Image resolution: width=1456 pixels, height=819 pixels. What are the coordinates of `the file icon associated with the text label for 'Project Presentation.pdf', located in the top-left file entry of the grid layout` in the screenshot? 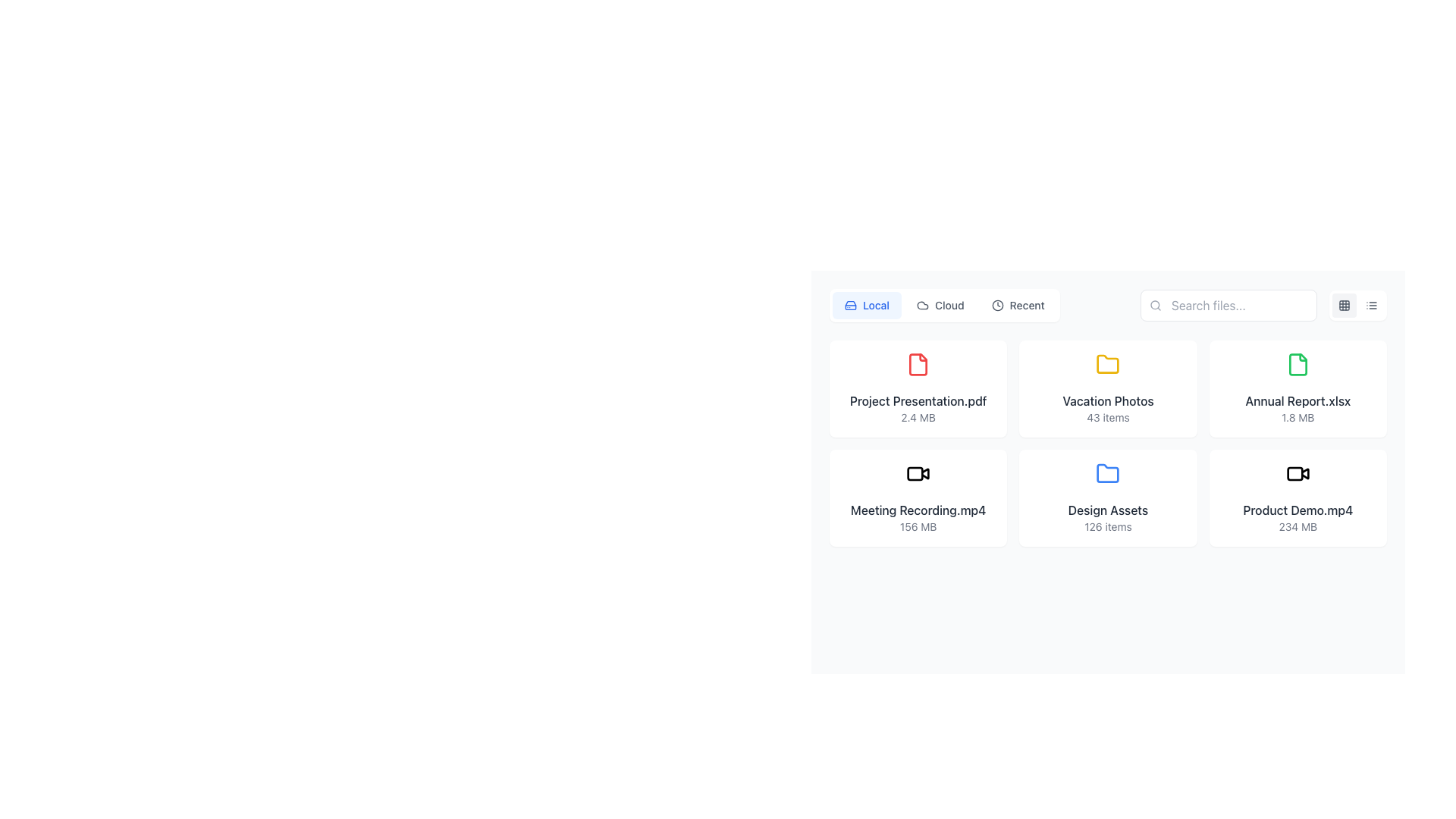 It's located at (918, 400).